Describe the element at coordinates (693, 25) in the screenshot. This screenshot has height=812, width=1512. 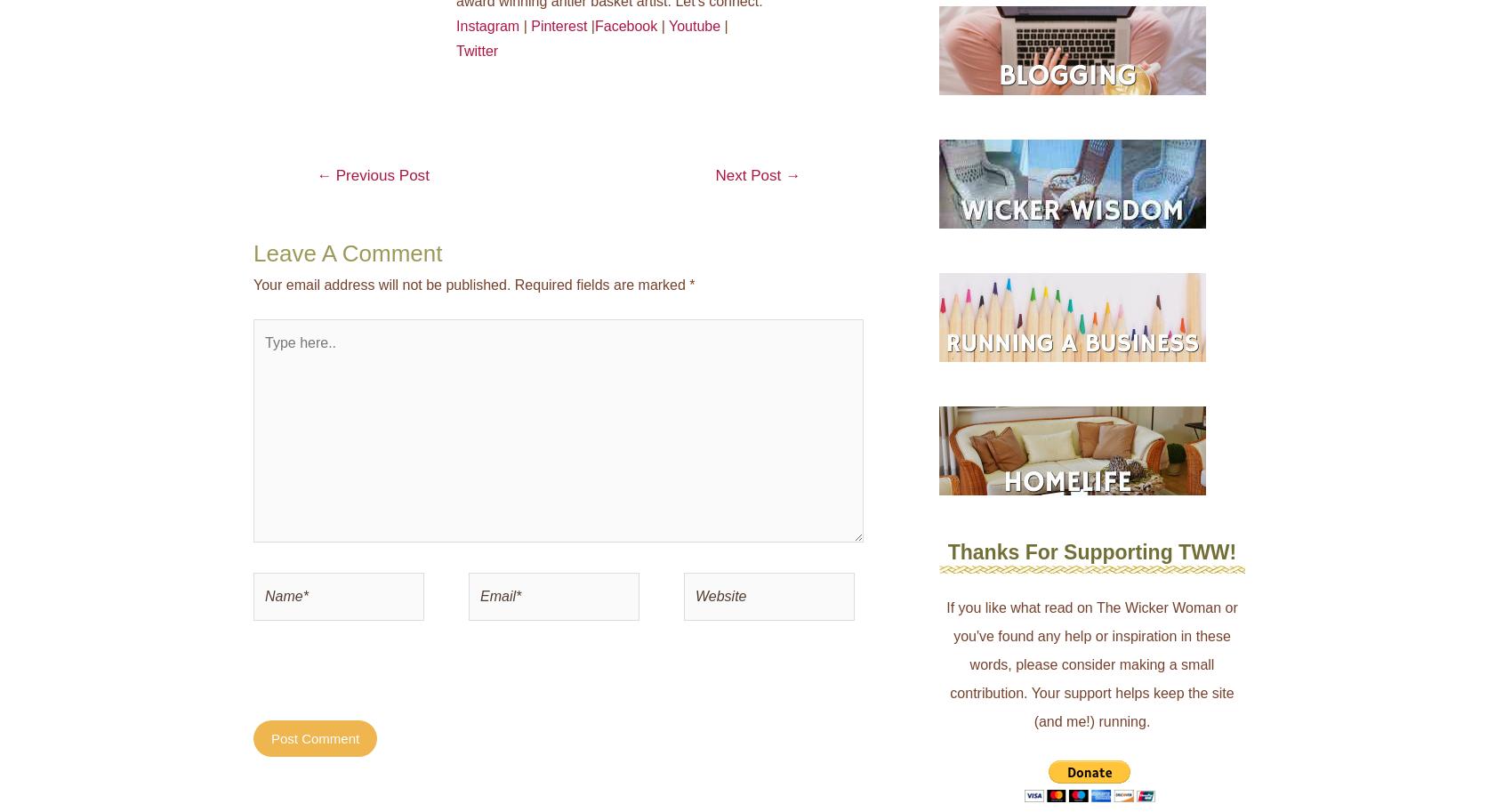
I see `'Youtube'` at that location.